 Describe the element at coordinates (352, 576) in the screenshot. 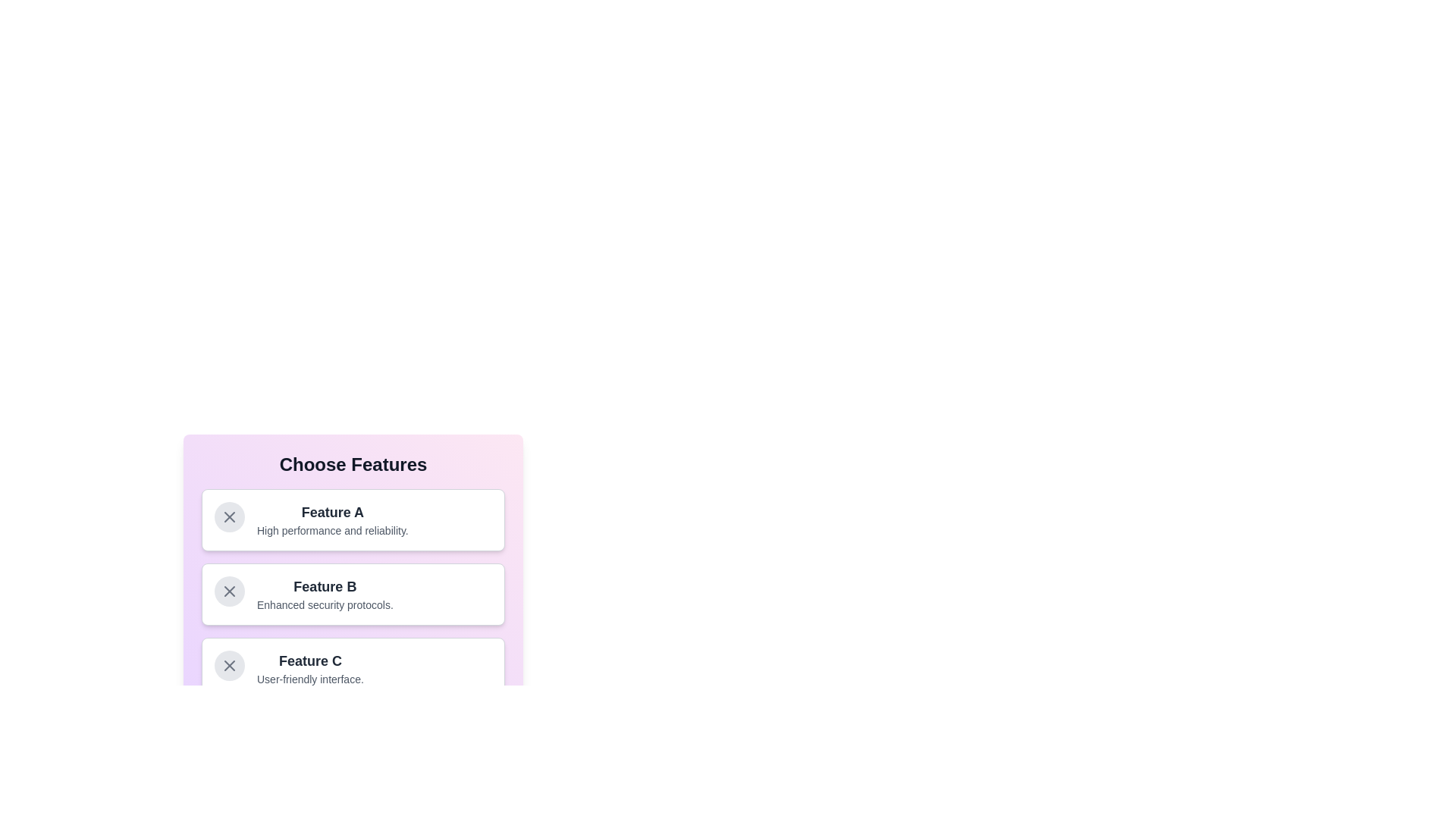

I see `the informational card labeled 'Feature B'` at that location.